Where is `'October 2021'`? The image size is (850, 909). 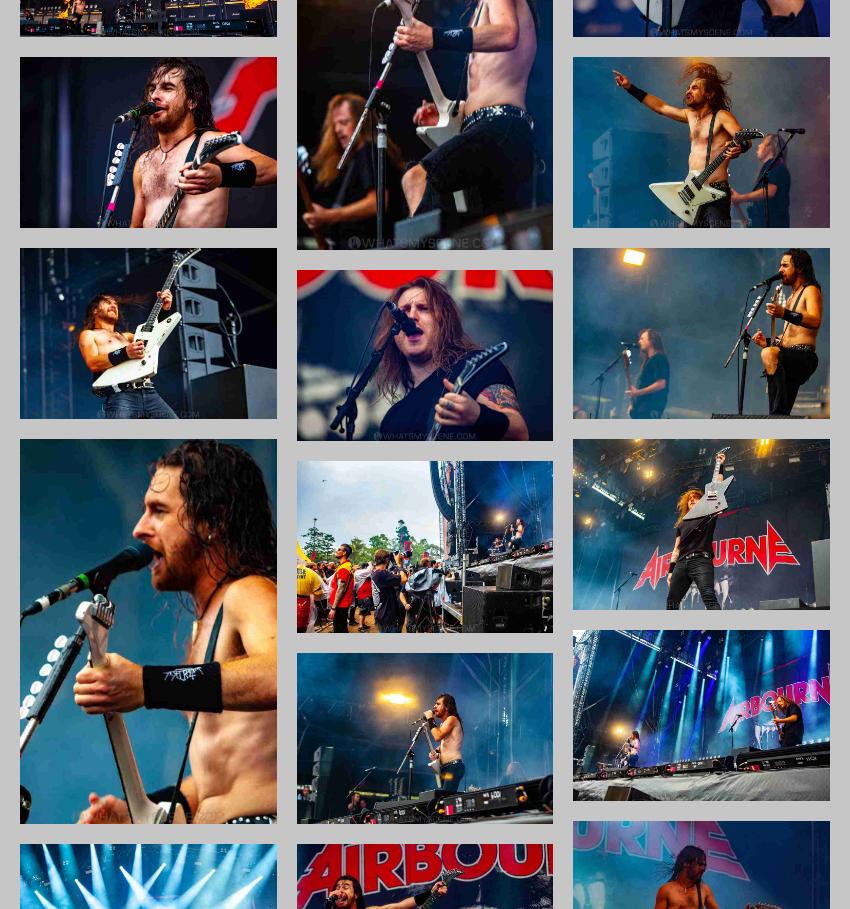 'October 2021' is located at coordinates (674, 390).